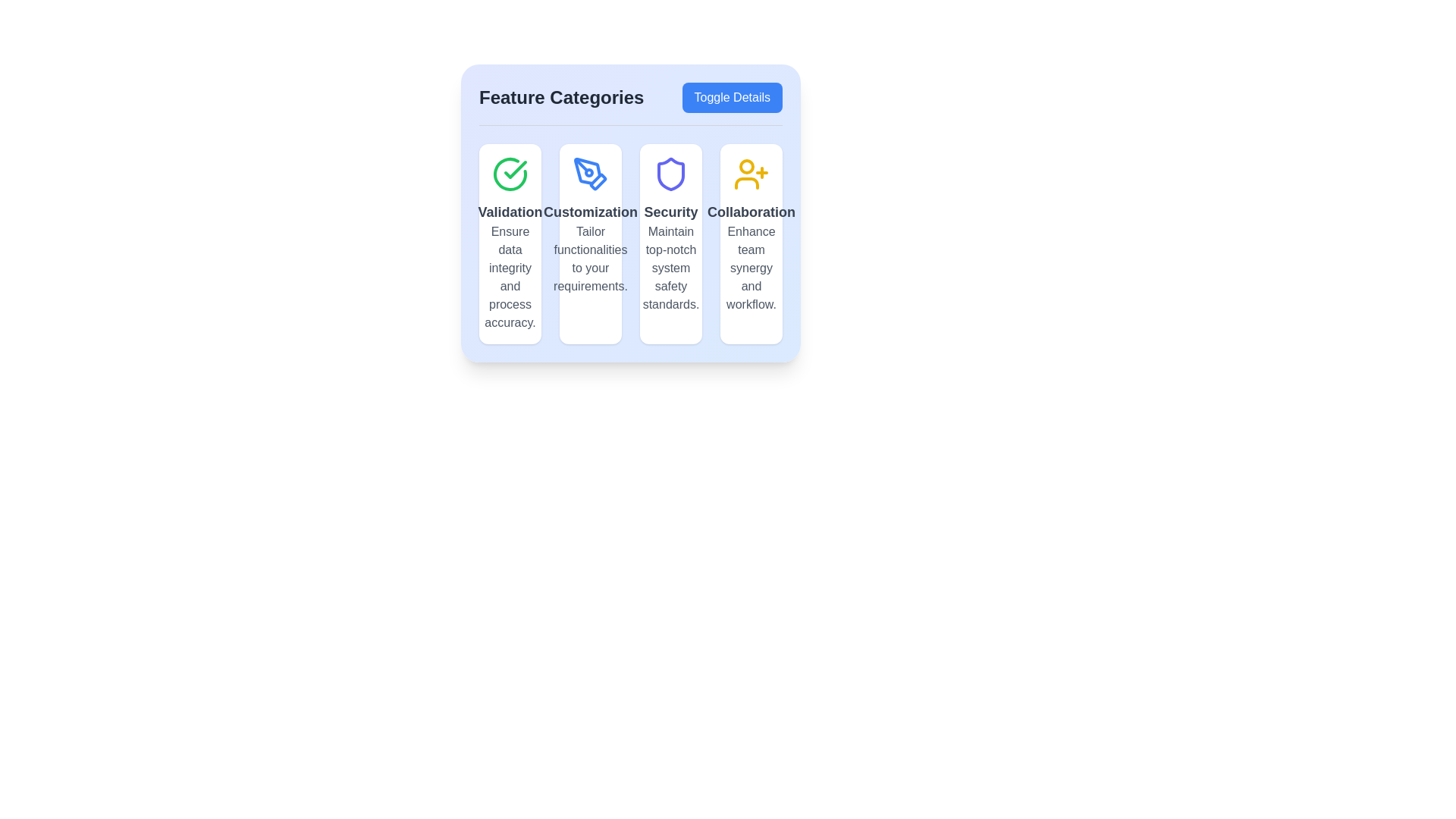 The width and height of the screenshot is (1456, 819). I want to click on the circular icon with a green outline and a checkmark in the center, located in the 'Validation' category box at the top-left corner of the grid layout, so click(510, 174).